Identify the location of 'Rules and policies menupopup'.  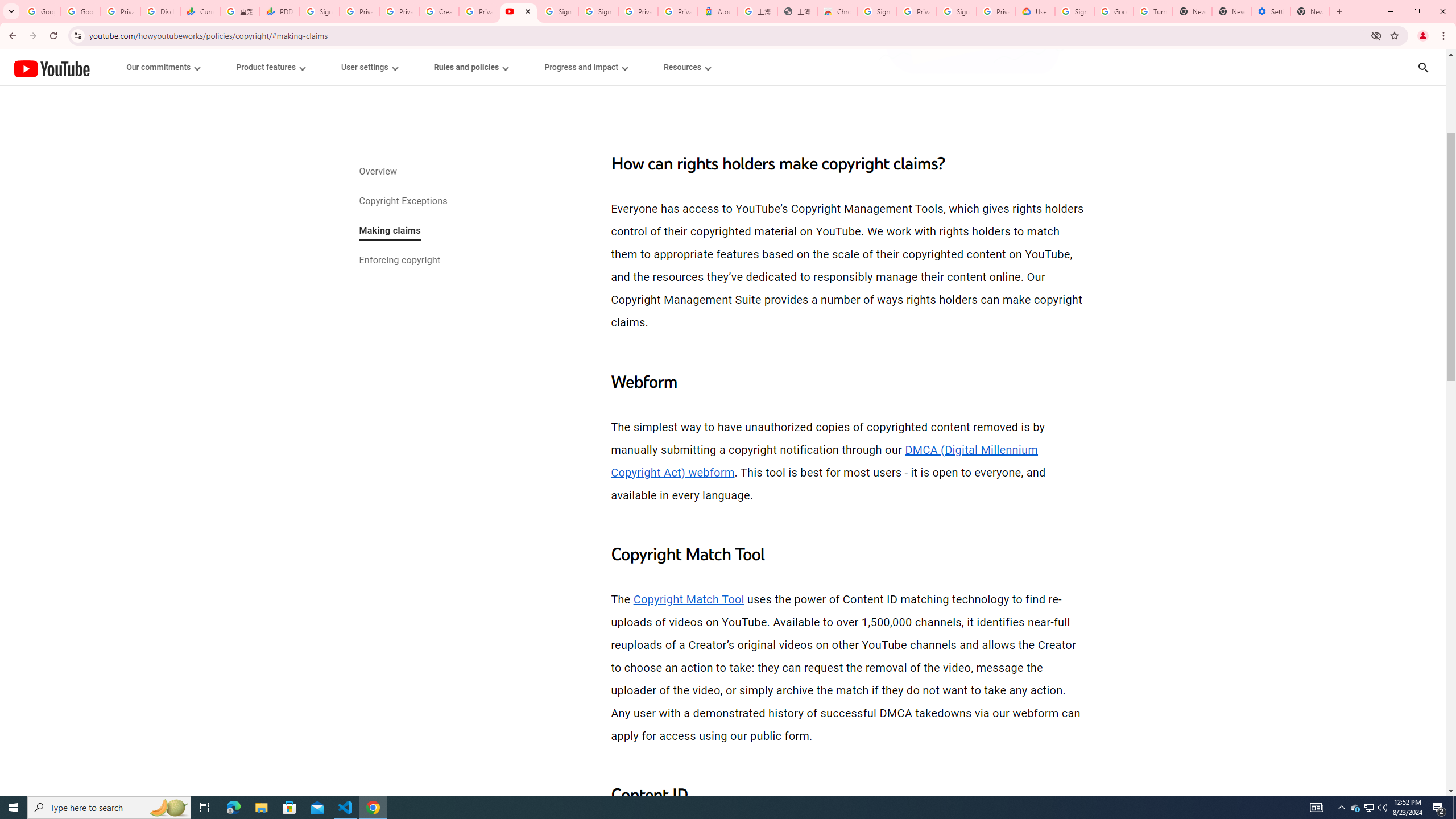
(470, 67).